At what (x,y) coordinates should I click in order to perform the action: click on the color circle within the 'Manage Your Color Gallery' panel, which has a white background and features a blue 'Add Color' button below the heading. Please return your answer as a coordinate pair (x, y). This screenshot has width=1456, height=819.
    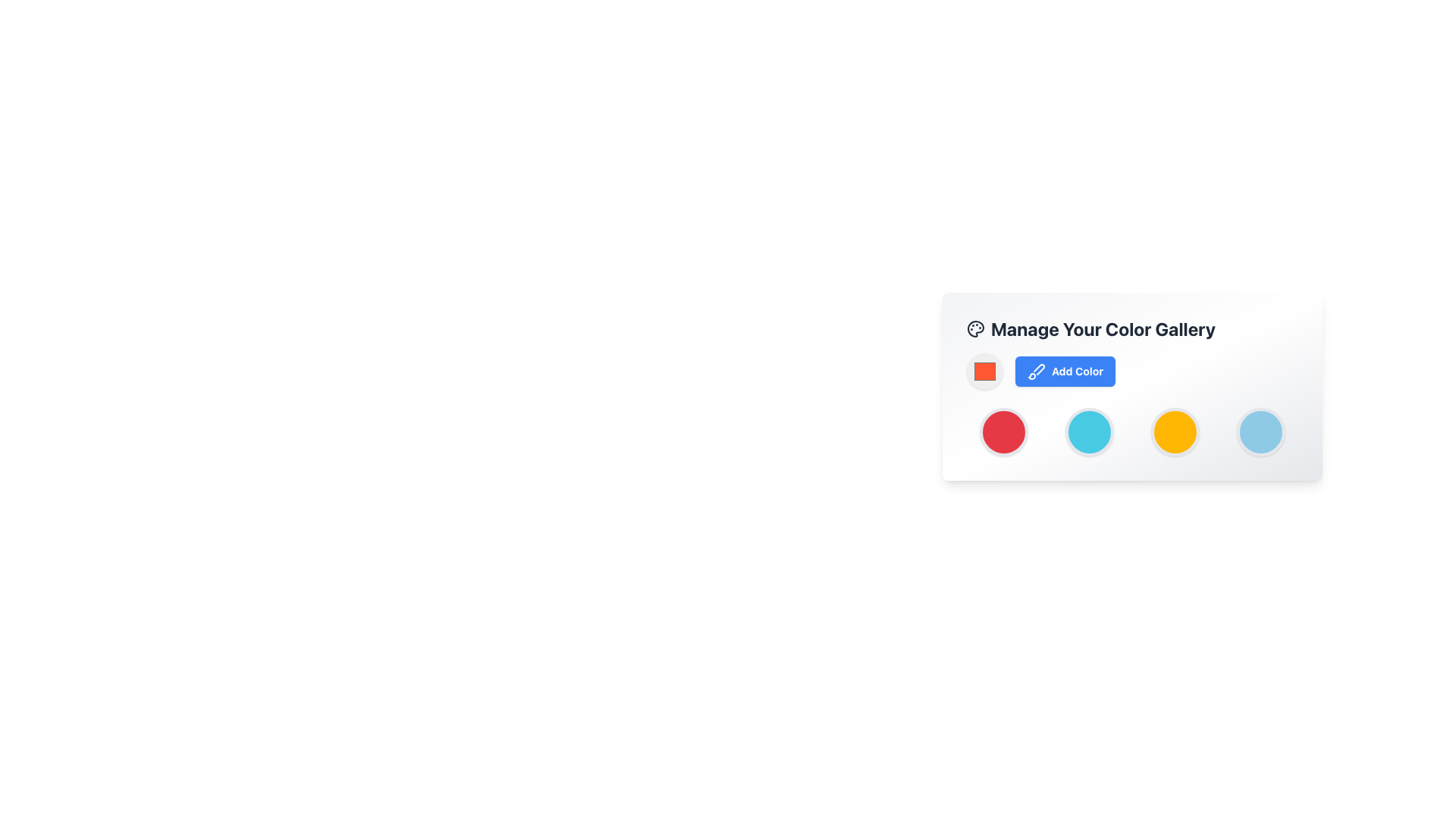
    Looking at the image, I should click on (1132, 463).